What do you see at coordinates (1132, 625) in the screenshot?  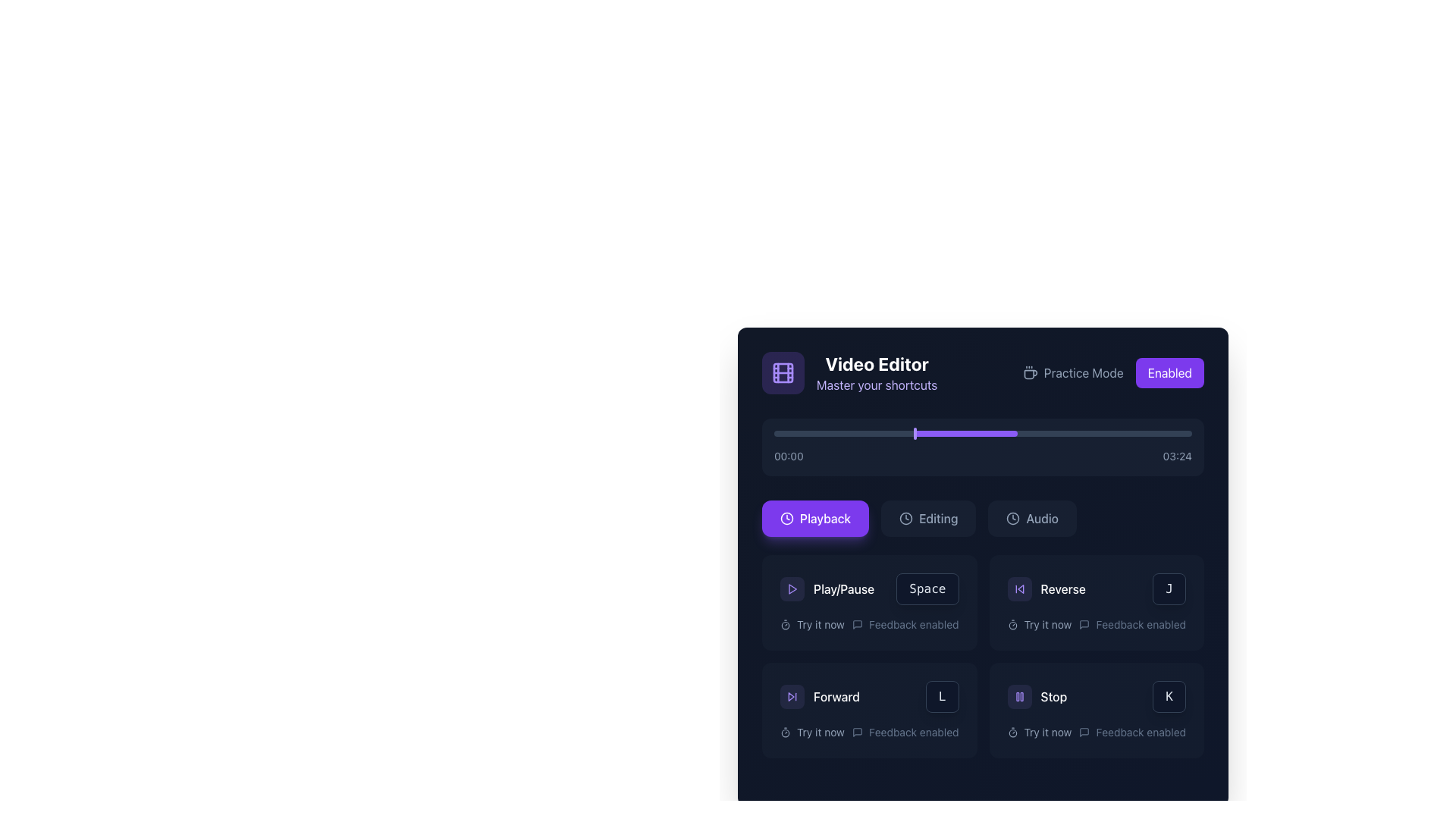 I see `the label with the comment icon that indicates 'Feedback enabled', positioned beneath the 'Reverse' button on the right half of the interface` at bounding box center [1132, 625].